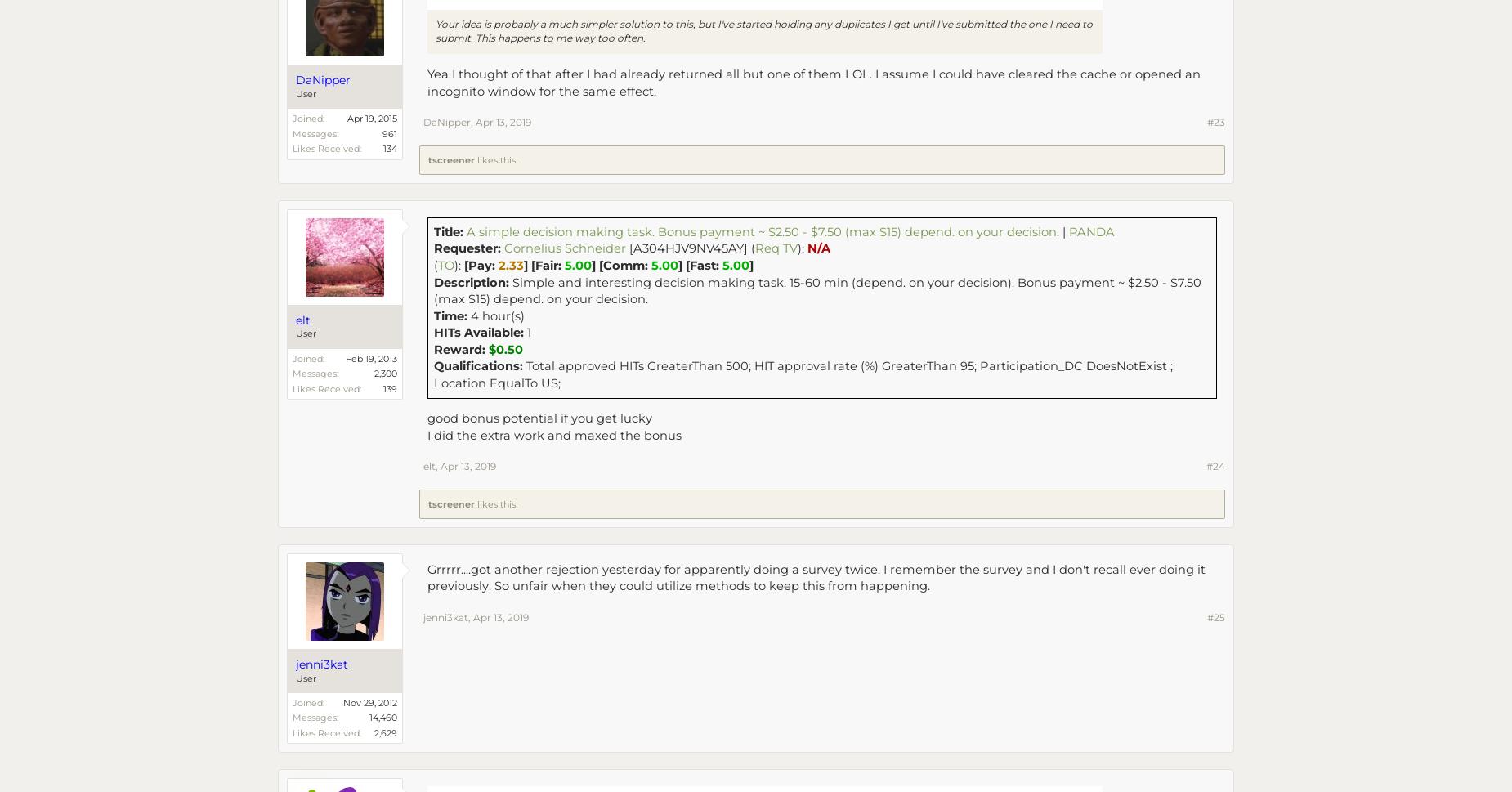 This screenshot has width=1512, height=792. Describe the element at coordinates (479, 331) in the screenshot. I see `'HITs Available:'` at that location.